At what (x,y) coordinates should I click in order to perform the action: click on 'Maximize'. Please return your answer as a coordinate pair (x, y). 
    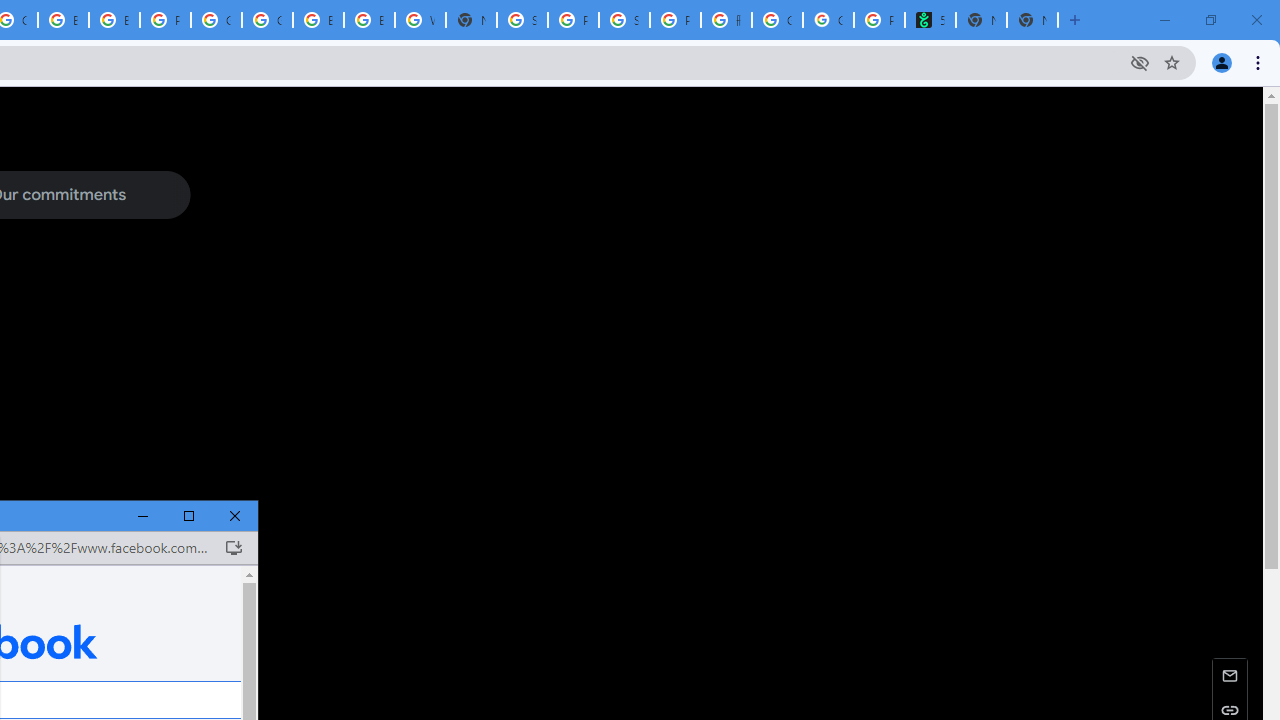
    Looking at the image, I should click on (189, 515).